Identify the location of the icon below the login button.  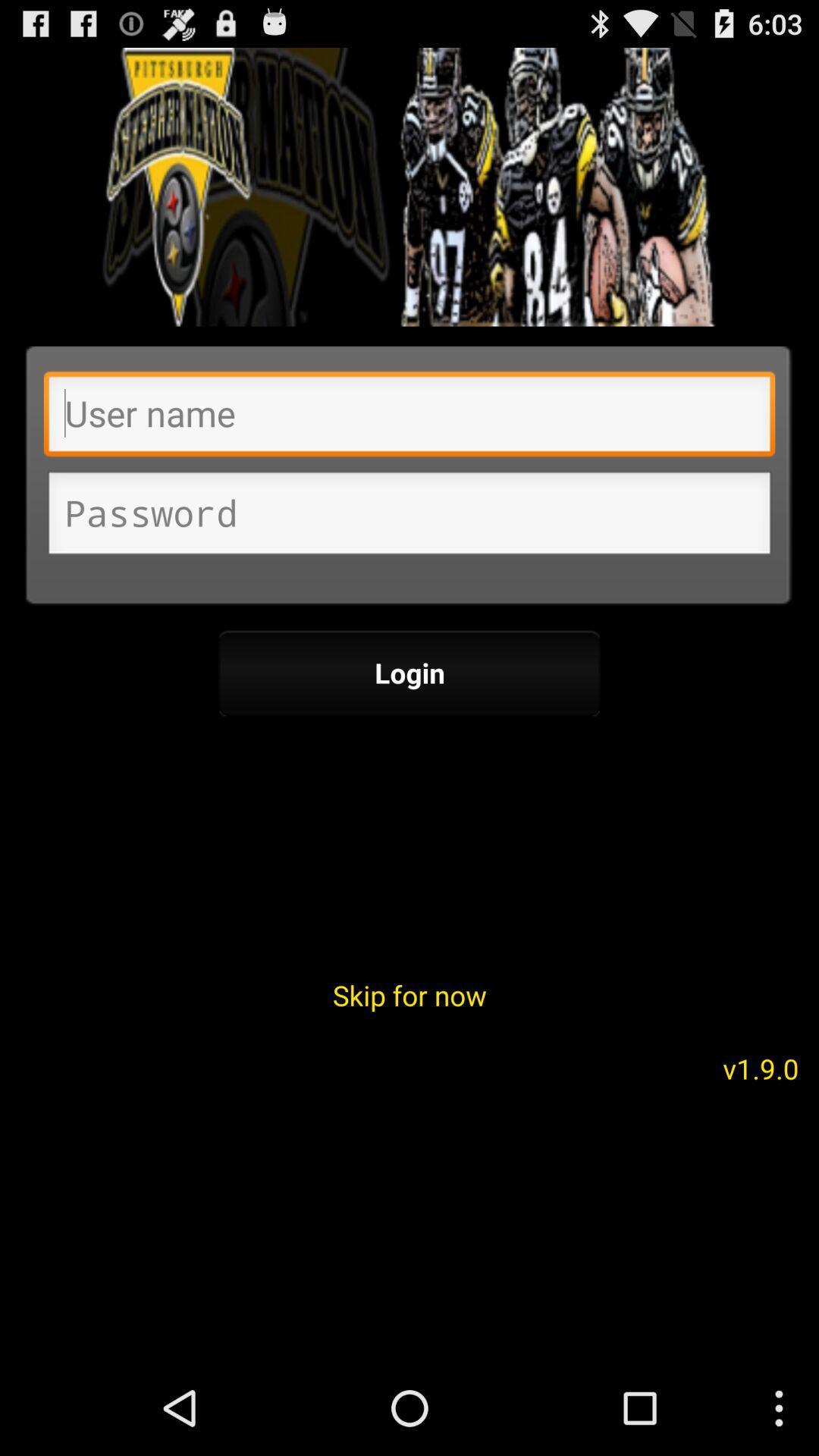
(409, 995).